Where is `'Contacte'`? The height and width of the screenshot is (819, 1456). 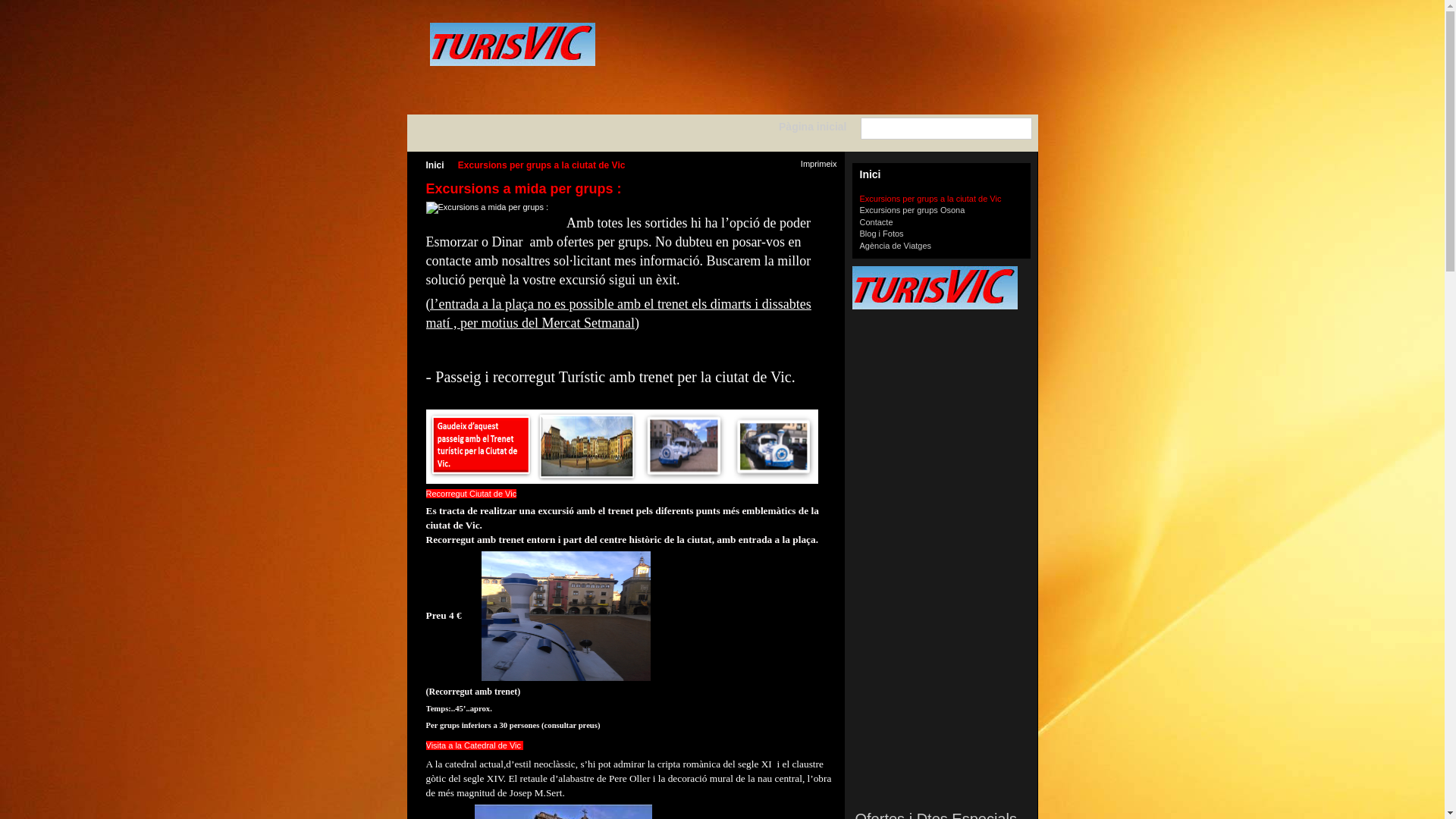 'Contacte' is located at coordinates (877, 222).